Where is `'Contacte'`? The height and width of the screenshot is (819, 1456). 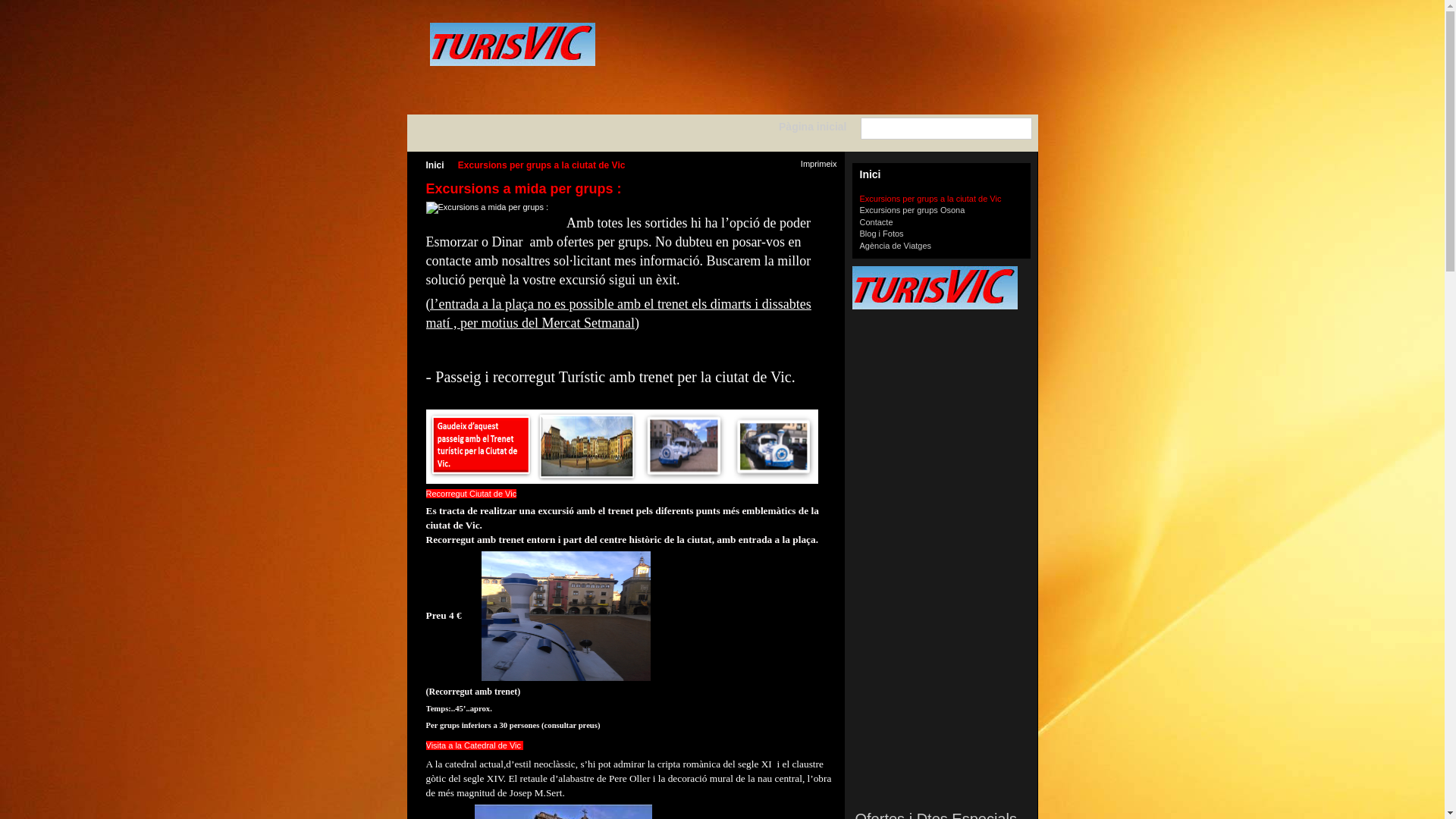 'Contacte' is located at coordinates (877, 222).